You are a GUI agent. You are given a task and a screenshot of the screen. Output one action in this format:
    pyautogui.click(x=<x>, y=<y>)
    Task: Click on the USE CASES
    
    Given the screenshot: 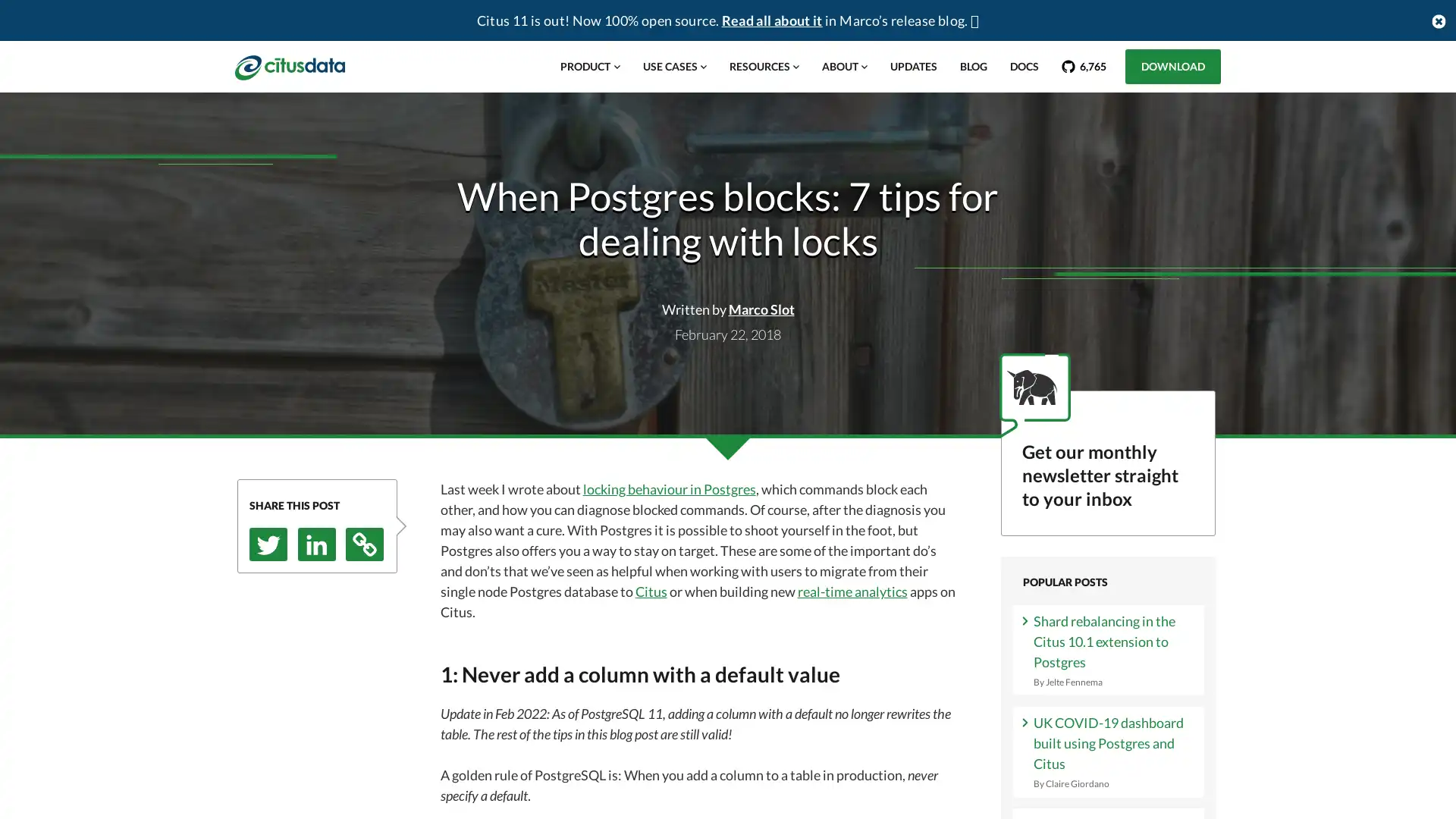 What is the action you would take?
    pyautogui.click(x=673, y=66)
    